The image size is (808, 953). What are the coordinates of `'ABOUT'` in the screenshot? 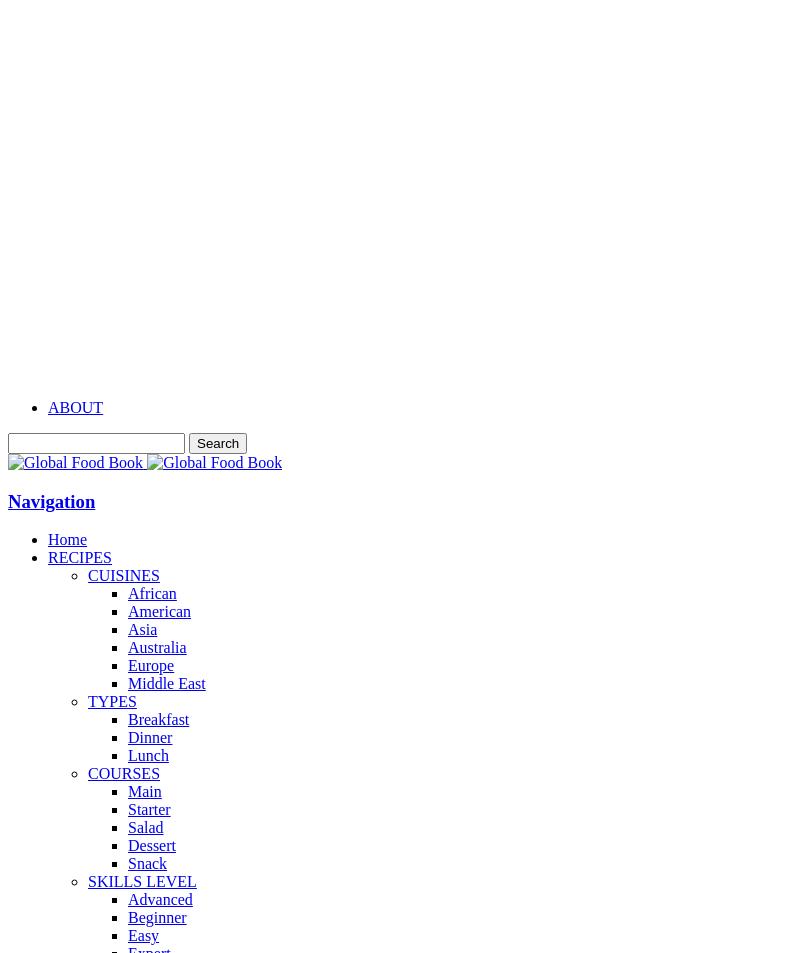 It's located at (75, 406).